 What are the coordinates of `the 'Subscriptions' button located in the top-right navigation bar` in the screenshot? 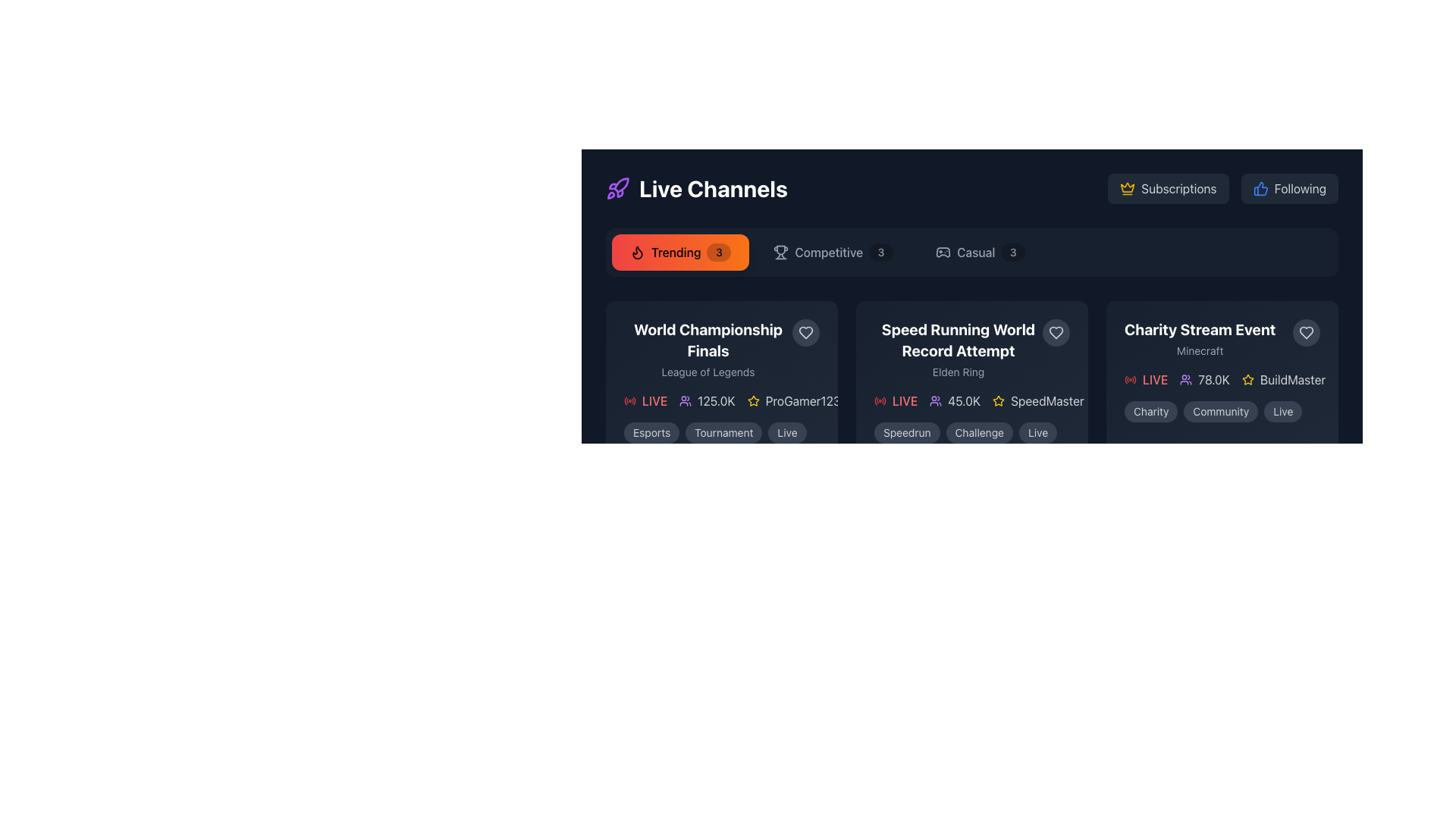 It's located at (1178, 188).